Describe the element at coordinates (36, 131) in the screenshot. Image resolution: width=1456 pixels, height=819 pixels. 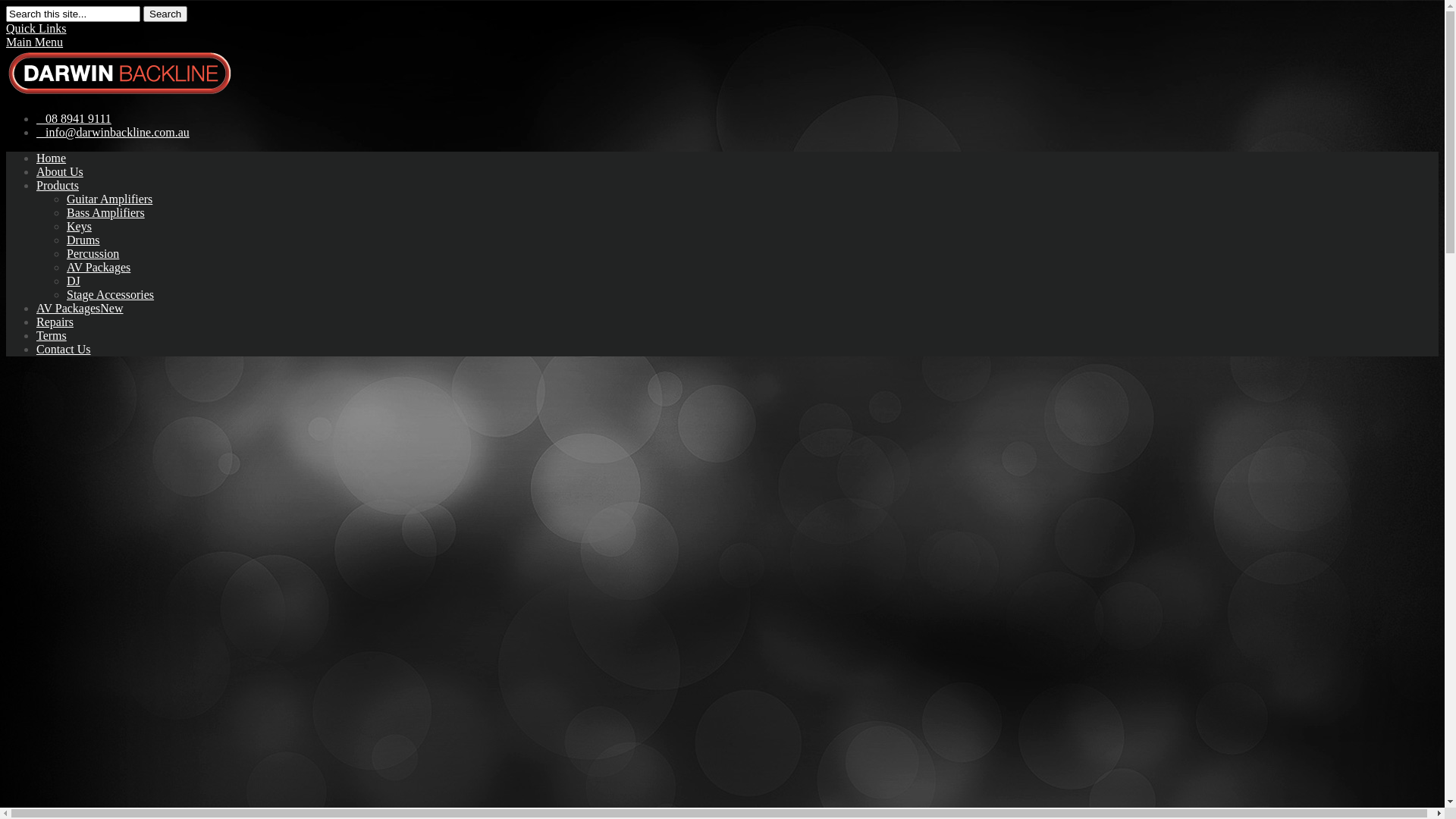
I see `'   info@darwinbackline.com.au'` at that location.